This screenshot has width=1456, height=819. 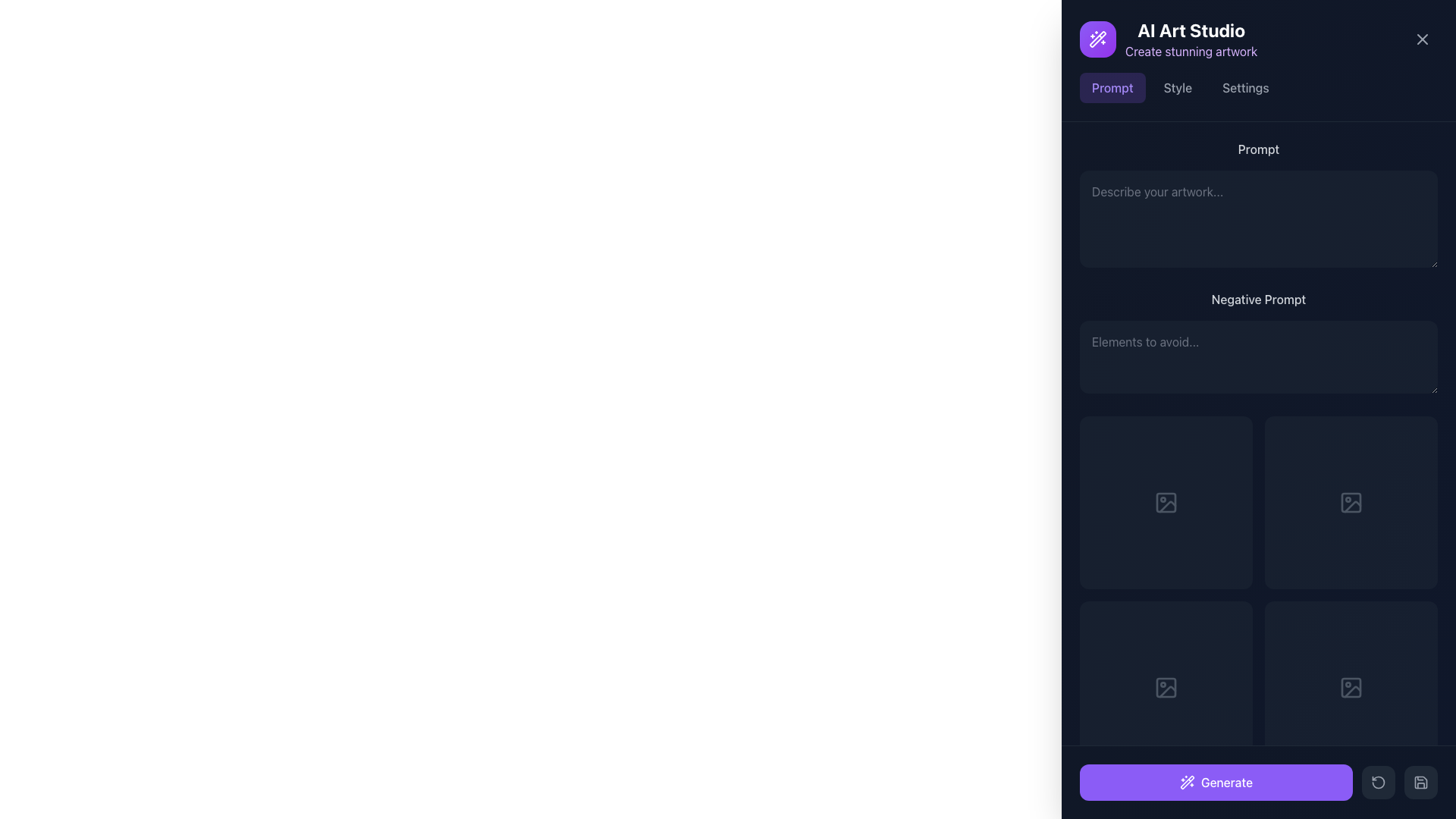 I want to click on the non-interactive SVG rectangle element, which is a square-shaped UI component with rounded corners, part of an icon resembling an image, located in the bottom-right area of the interface, so click(x=1165, y=687).